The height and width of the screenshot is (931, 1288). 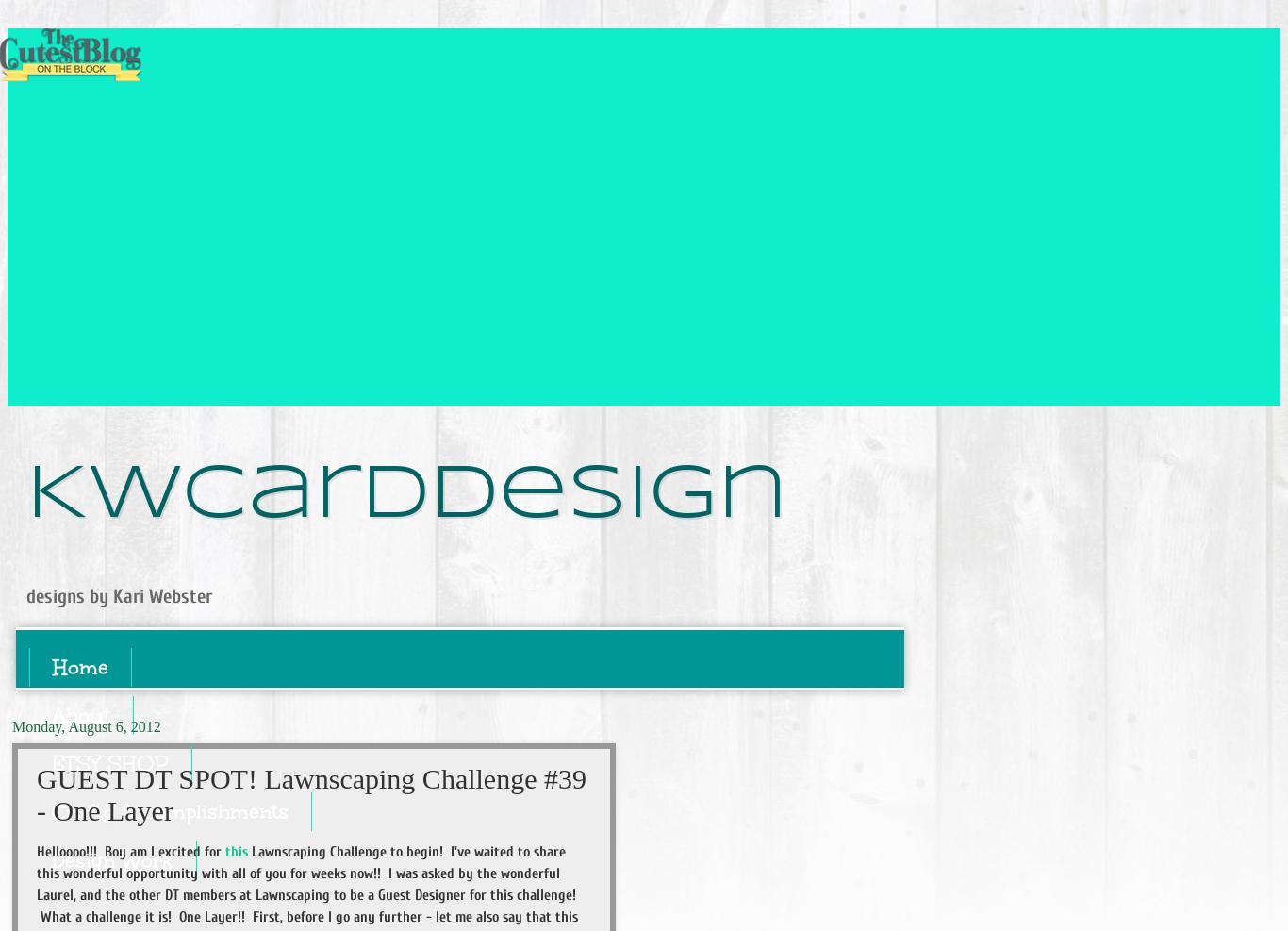 What do you see at coordinates (130, 850) in the screenshot?
I see `'Helloooo!!!  Boy am I excited for'` at bounding box center [130, 850].